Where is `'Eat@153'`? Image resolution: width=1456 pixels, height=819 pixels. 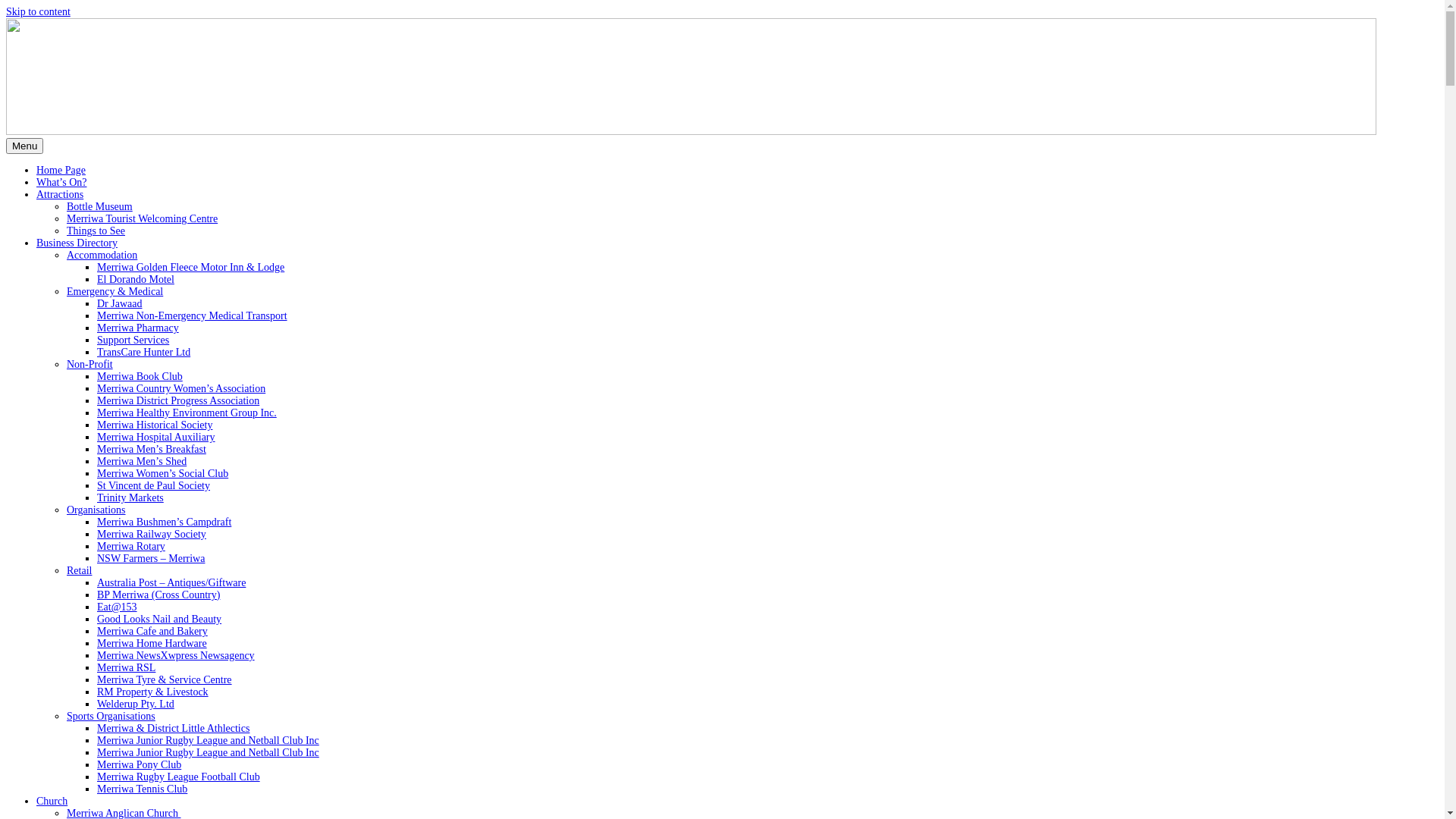
'Eat@153' is located at coordinates (96, 606).